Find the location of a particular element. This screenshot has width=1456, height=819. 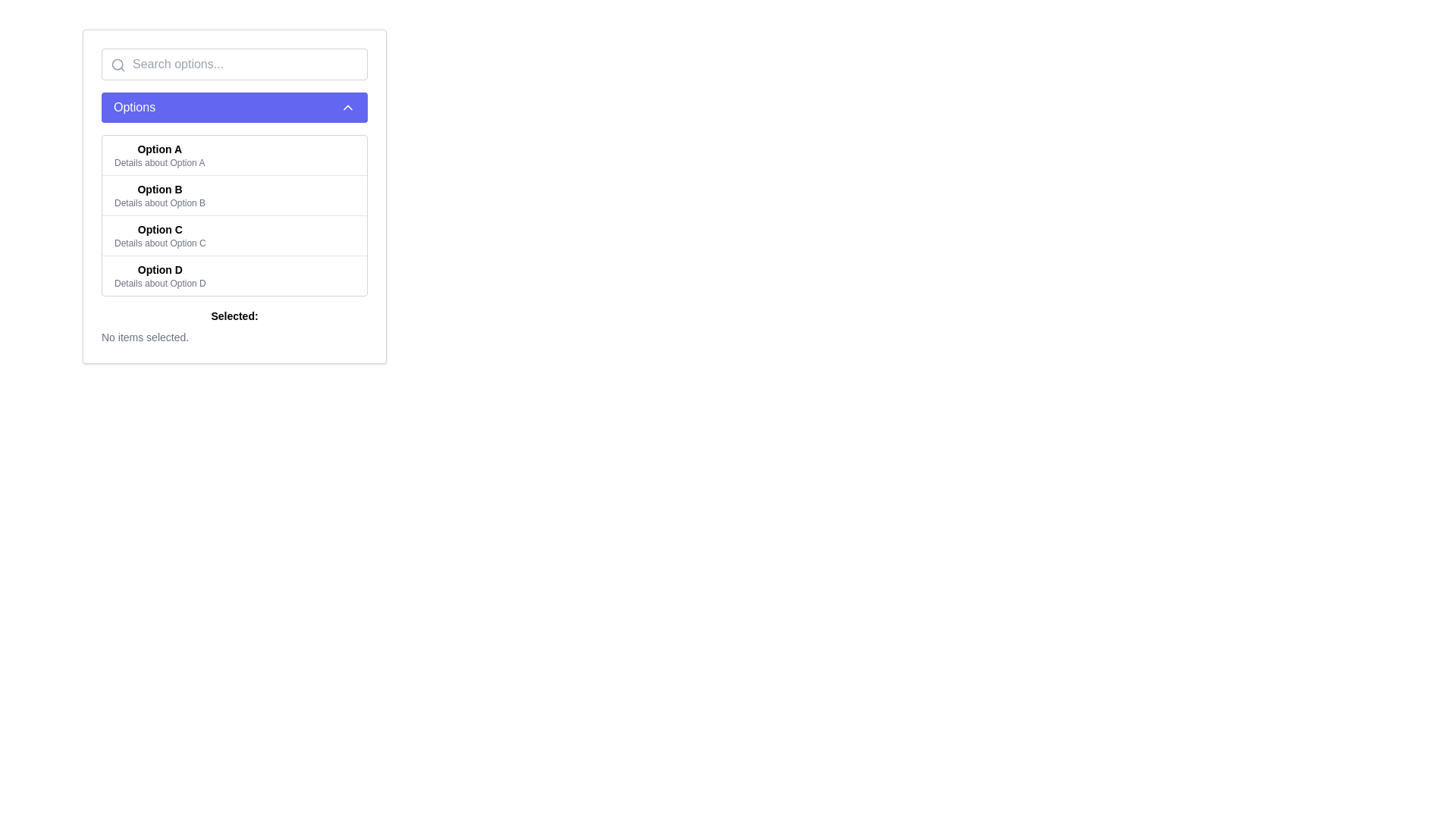

the non-interactive text label that provides additional information about 'Option D', located beneath the bold title 'Option D' in the options list is located at coordinates (160, 284).